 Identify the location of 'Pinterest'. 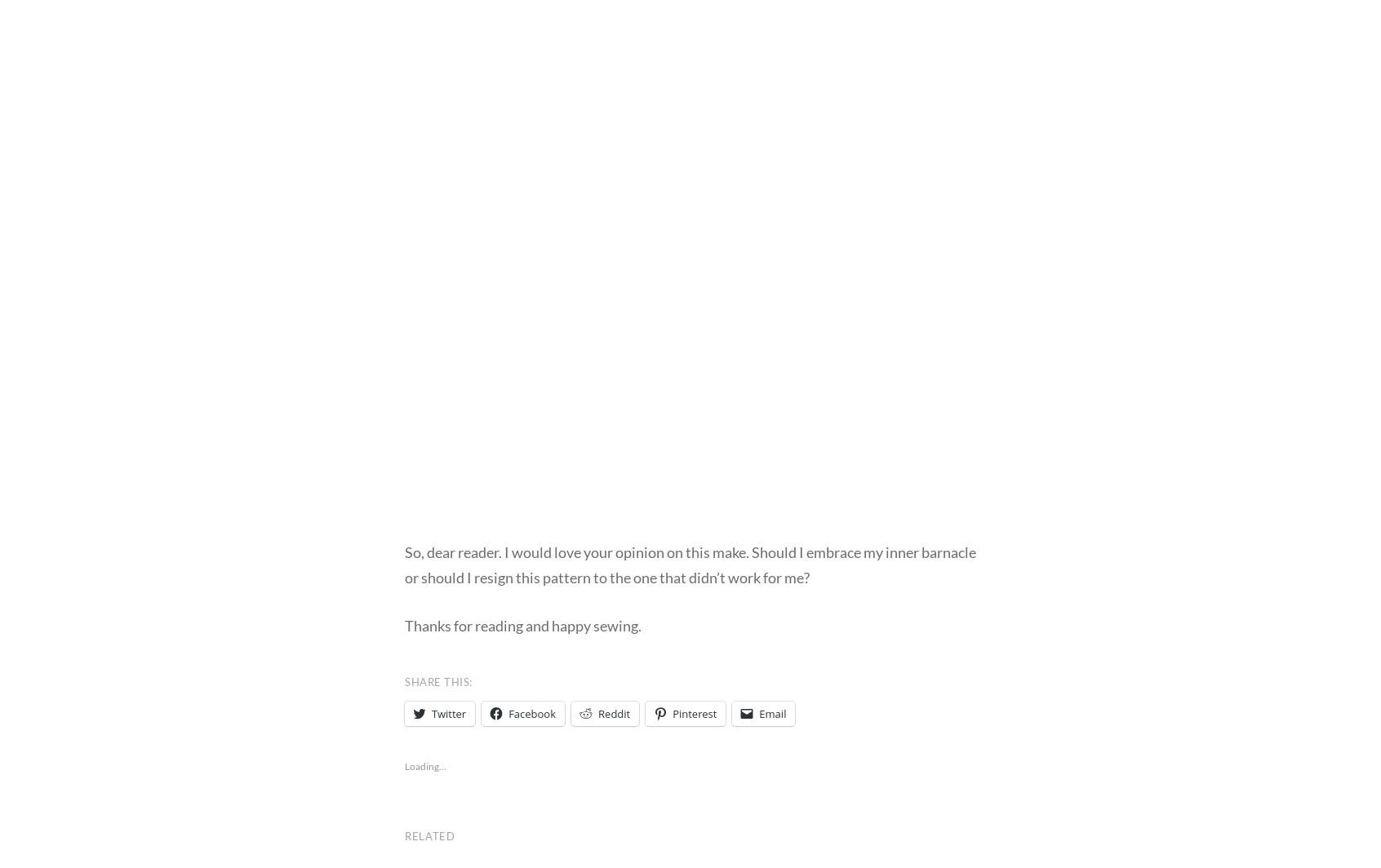
(694, 712).